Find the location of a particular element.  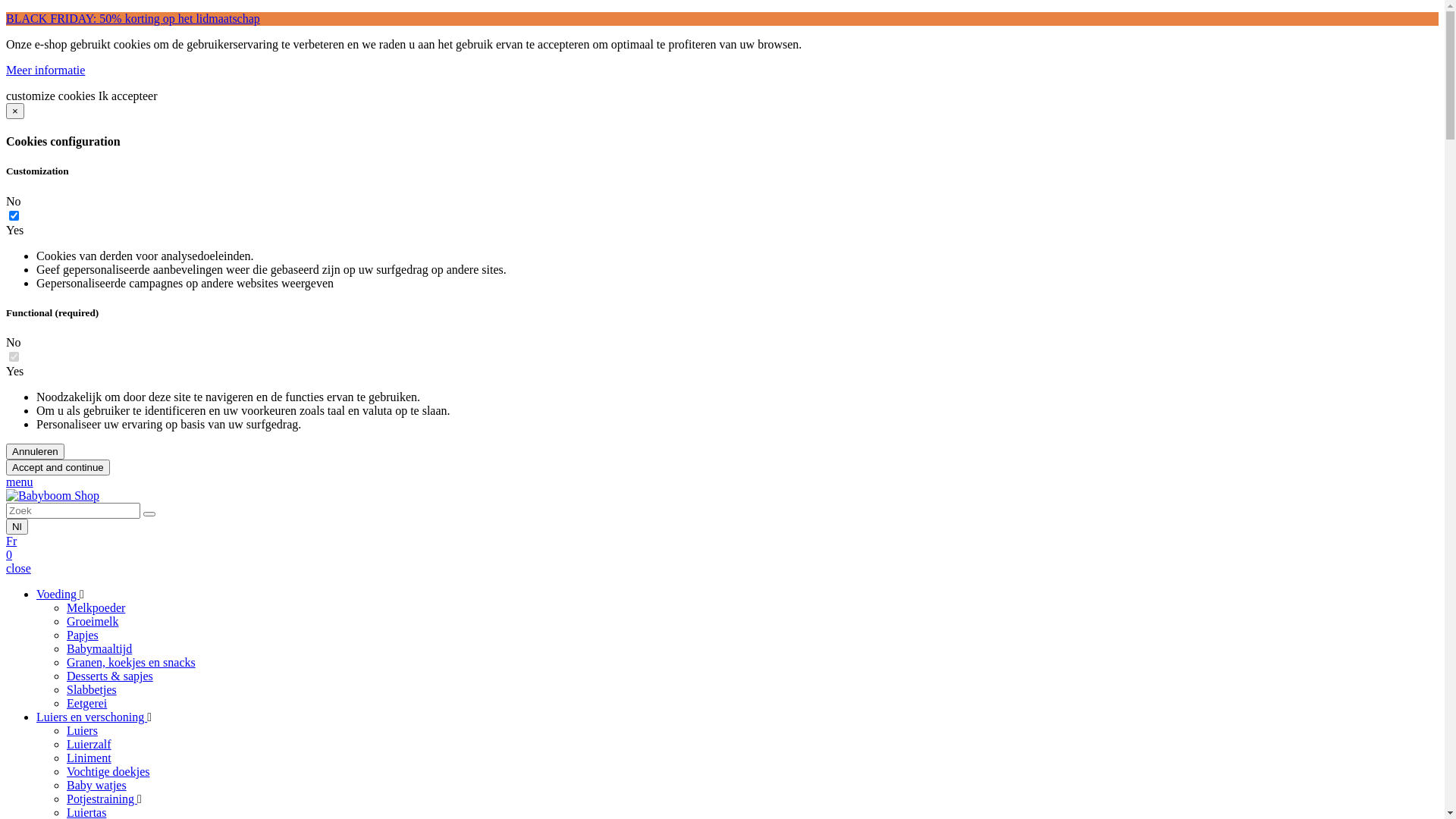

'BLACK FRIDAY: 50% korting op het lidmaatschap' is located at coordinates (133, 18).